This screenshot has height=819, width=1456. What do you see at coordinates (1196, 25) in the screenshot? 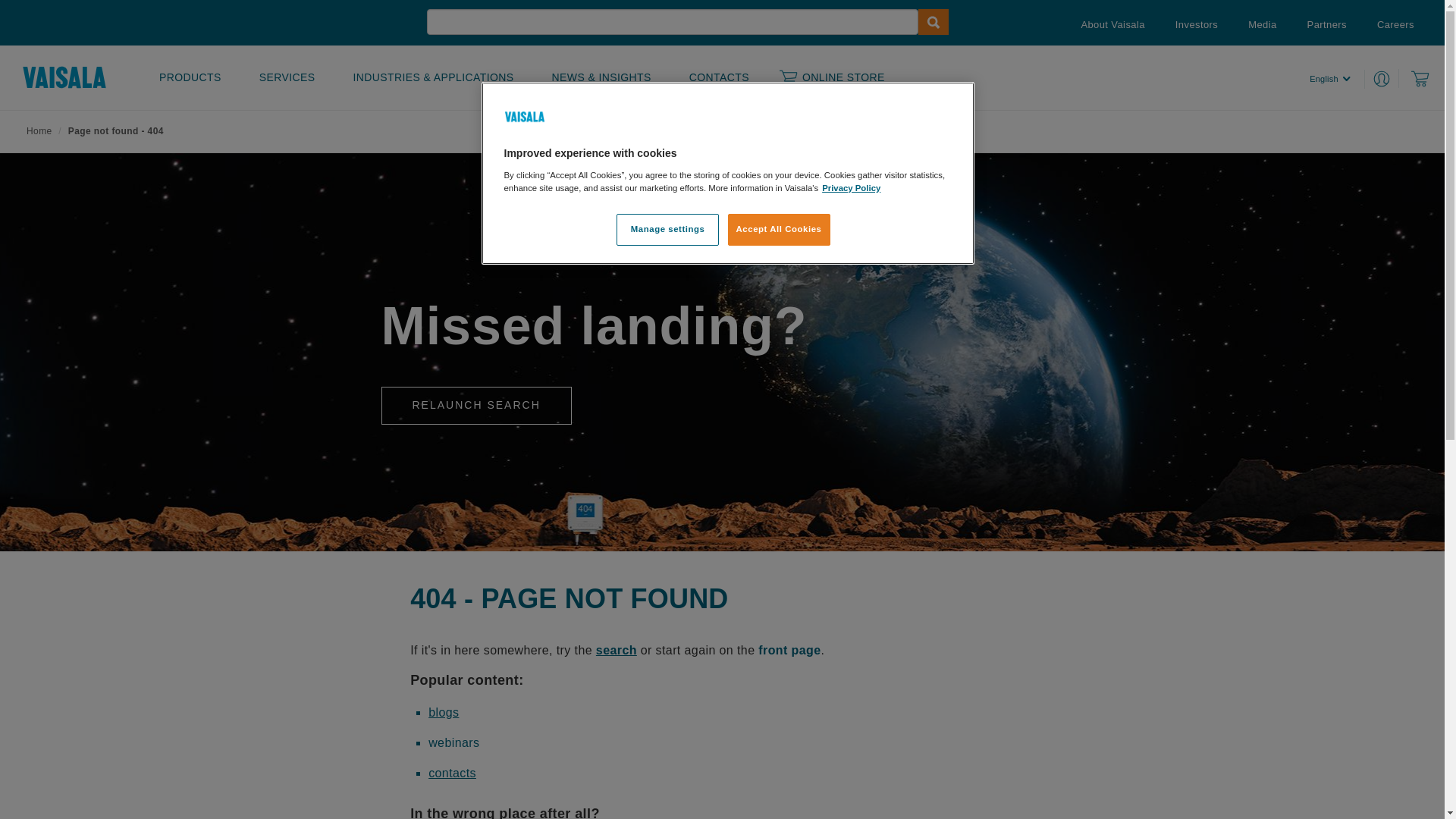
I see `'Investors'` at bounding box center [1196, 25].